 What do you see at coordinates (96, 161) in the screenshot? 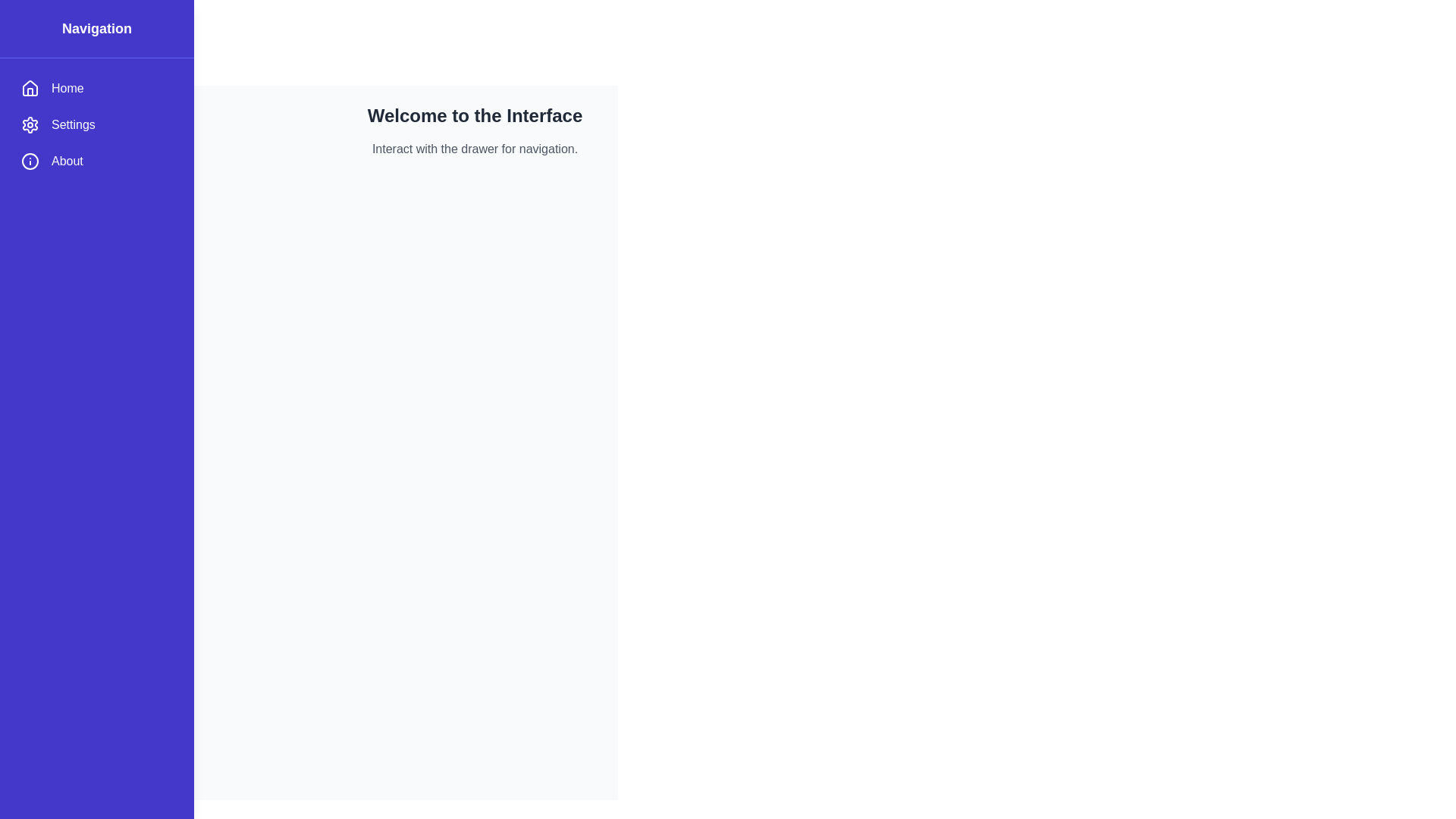
I see `the menu item About` at bounding box center [96, 161].